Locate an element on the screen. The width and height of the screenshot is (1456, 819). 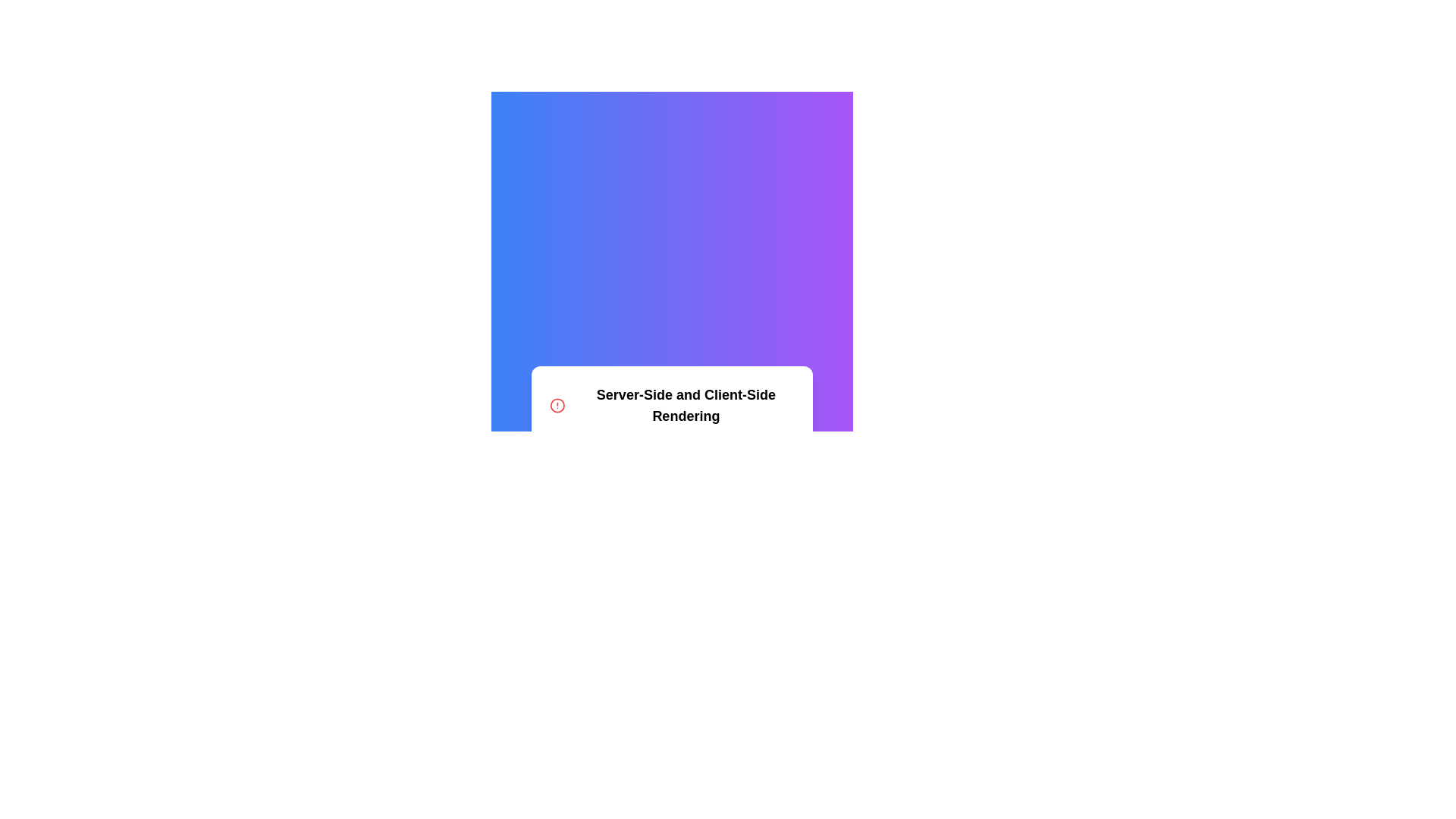
the circular icon with a red alert symbol that is positioned to the left of the text 'Server-Side and Client-Side Rendering.' is located at coordinates (557, 405).